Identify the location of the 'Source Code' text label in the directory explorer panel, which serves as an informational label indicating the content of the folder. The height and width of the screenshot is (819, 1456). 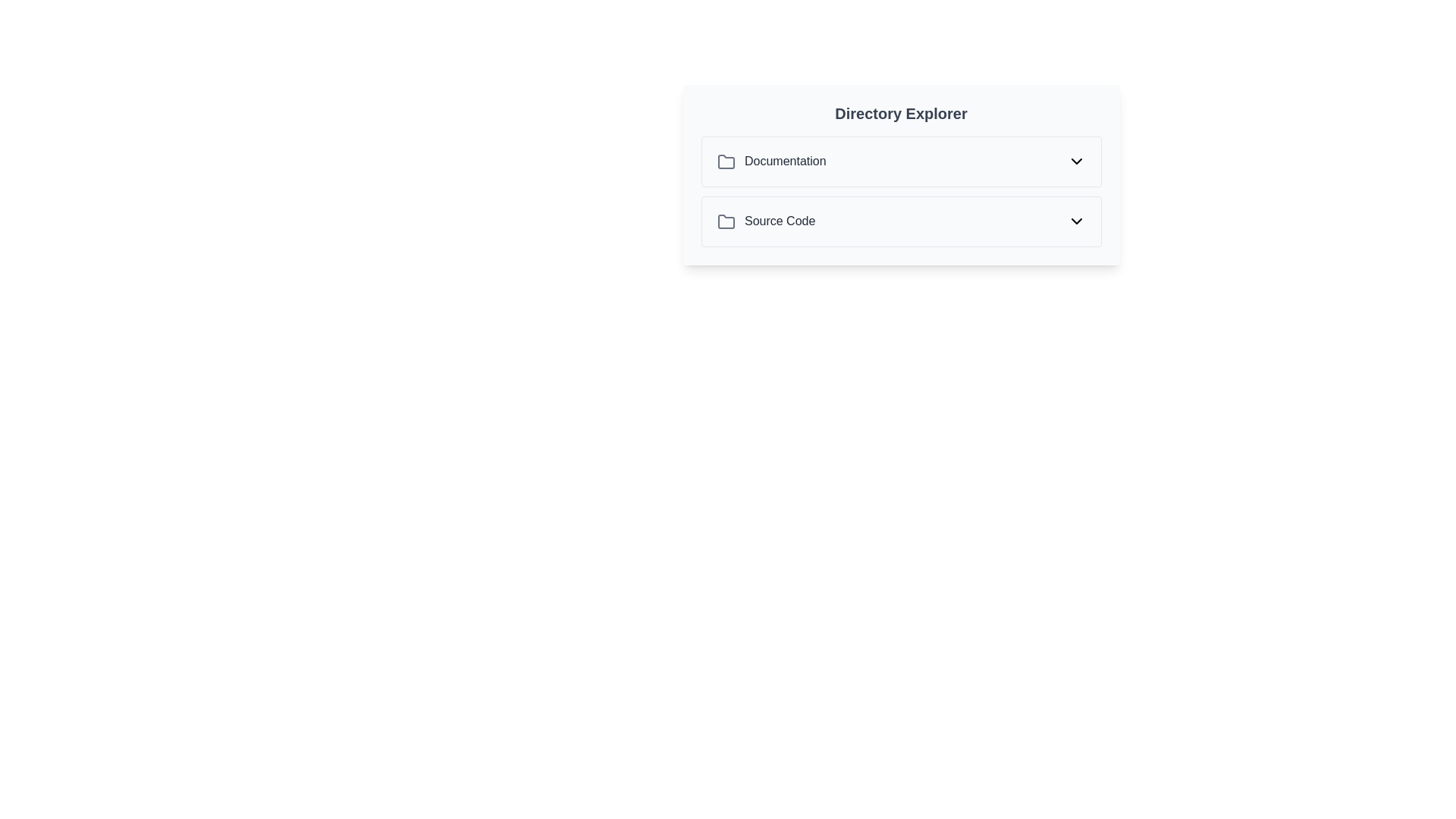
(766, 221).